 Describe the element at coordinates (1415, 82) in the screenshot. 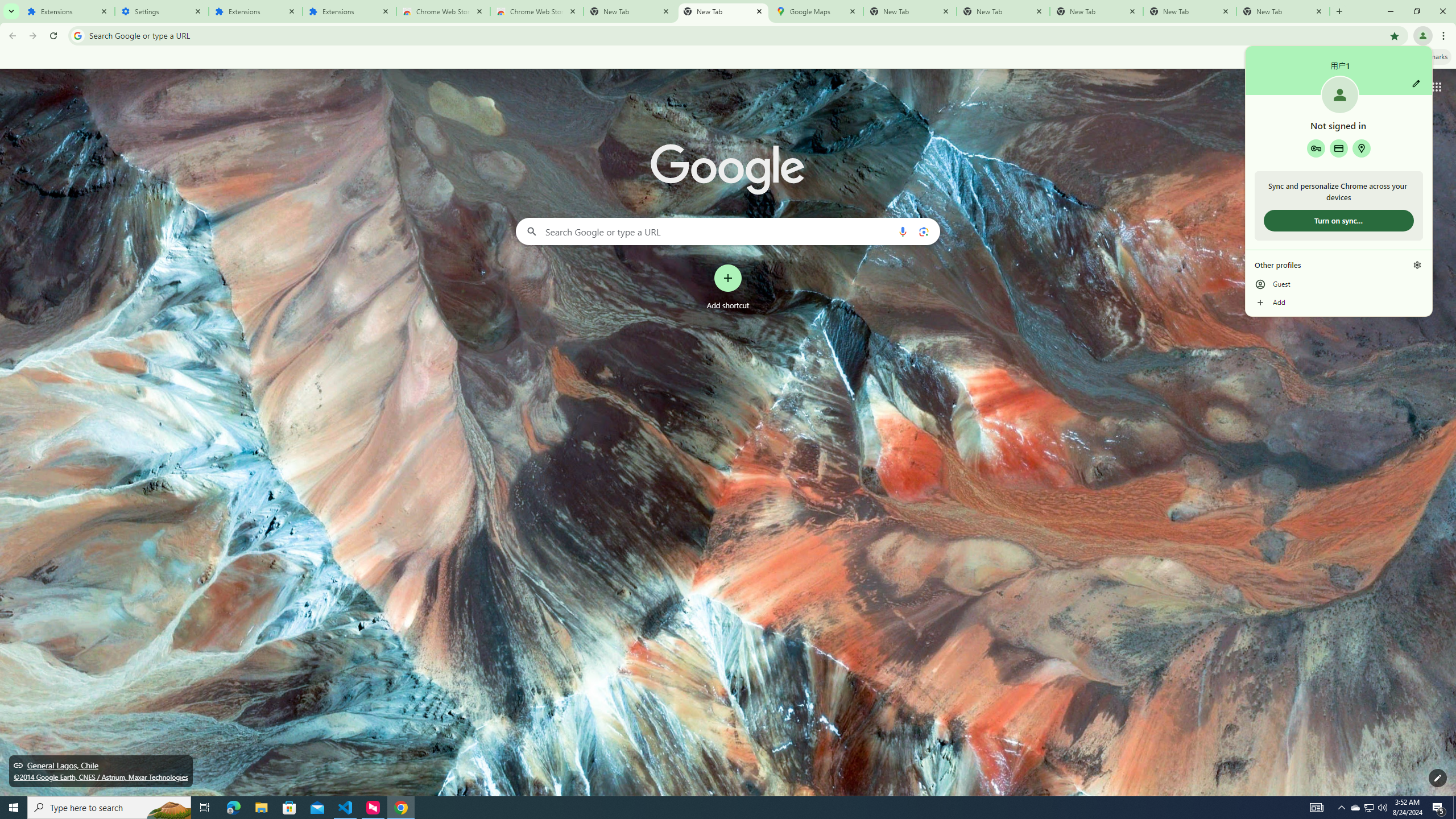

I see `'Customize profile'` at that location.